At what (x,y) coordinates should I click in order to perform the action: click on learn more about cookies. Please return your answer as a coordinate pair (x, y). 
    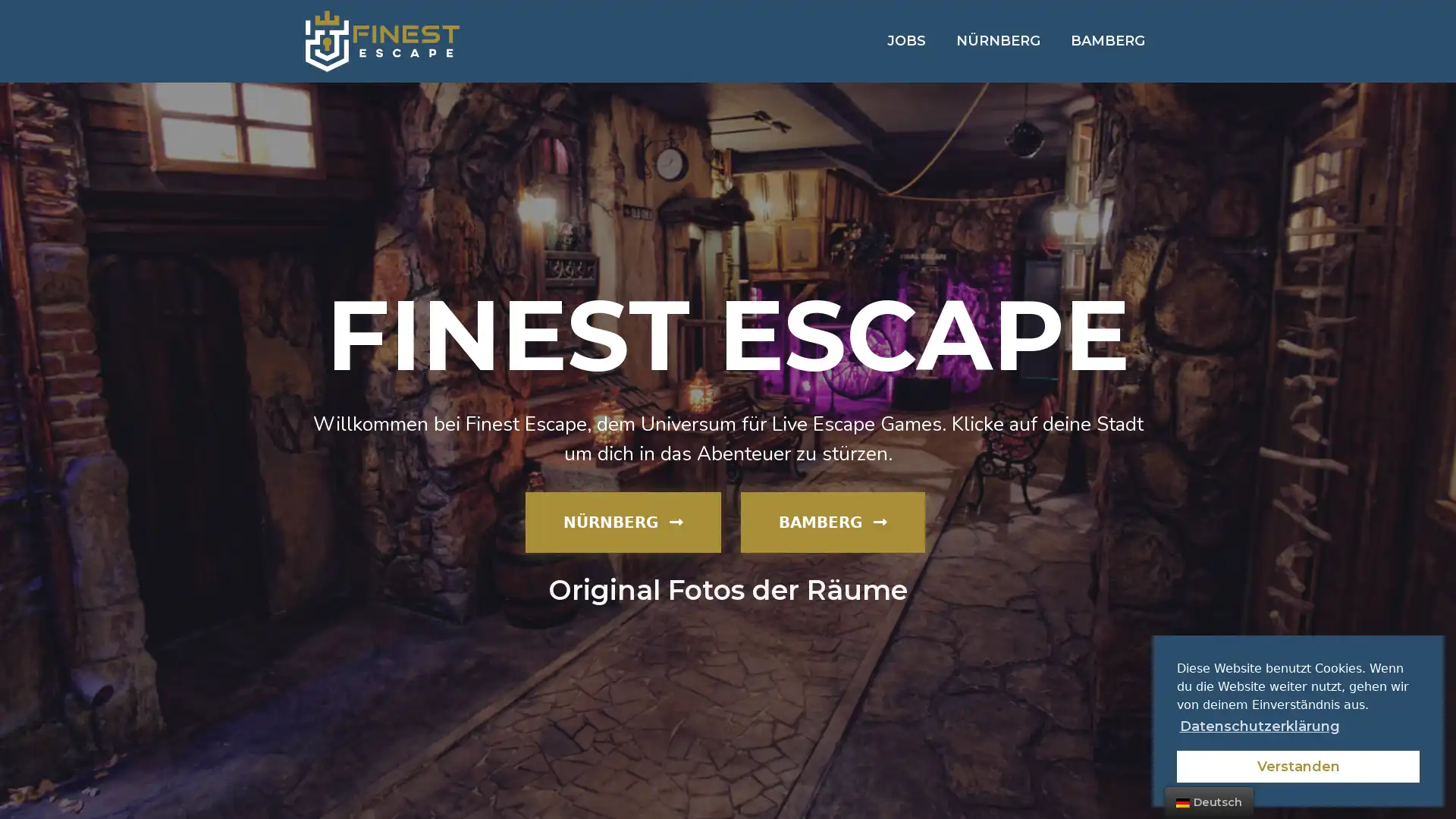
    Looking at the image, I should click on (1259, 725).